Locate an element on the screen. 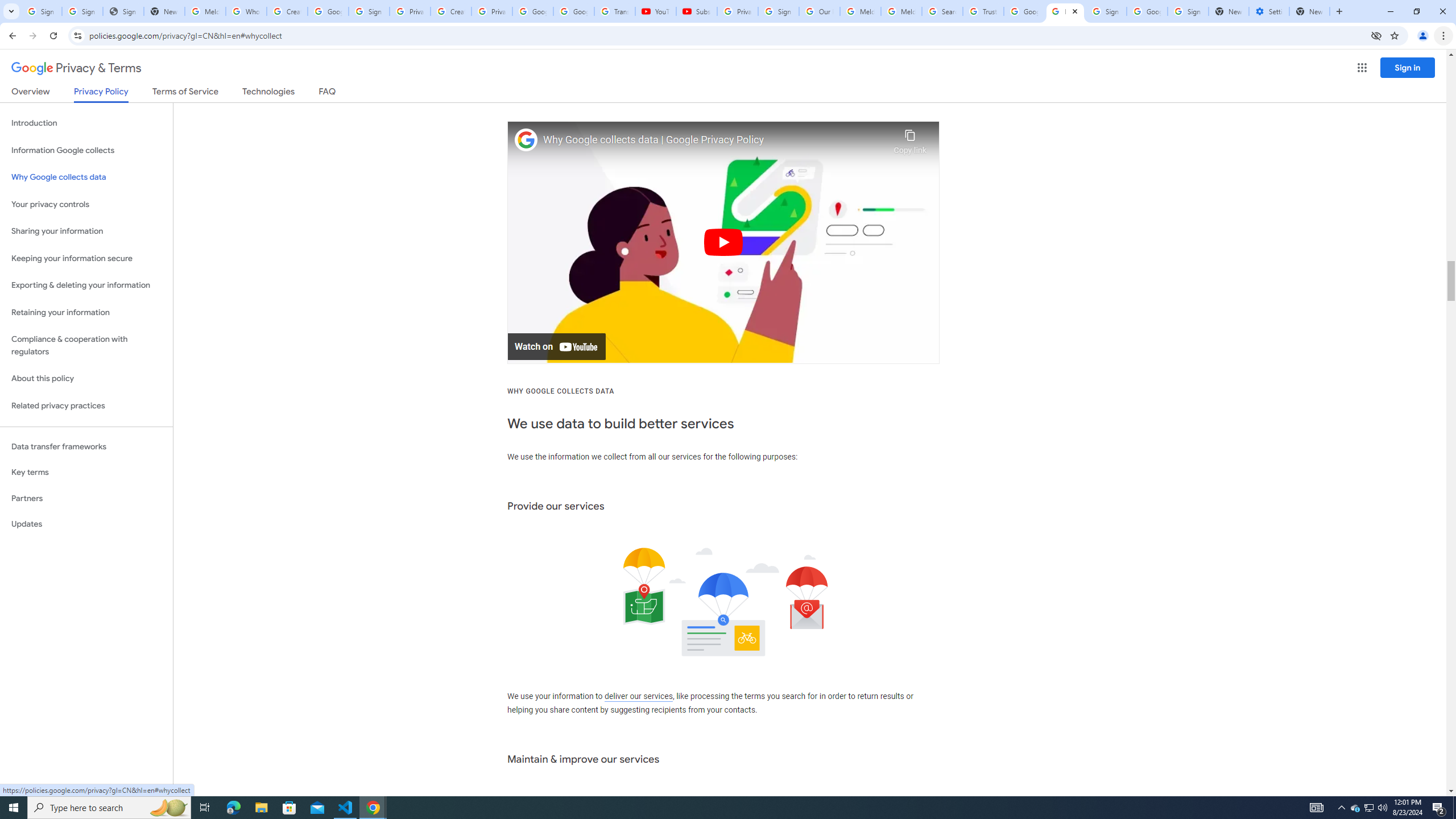 This screenshot has width=1456, height=819. 'Subscriptions - YouTube' is located at coordinates (696, 11).